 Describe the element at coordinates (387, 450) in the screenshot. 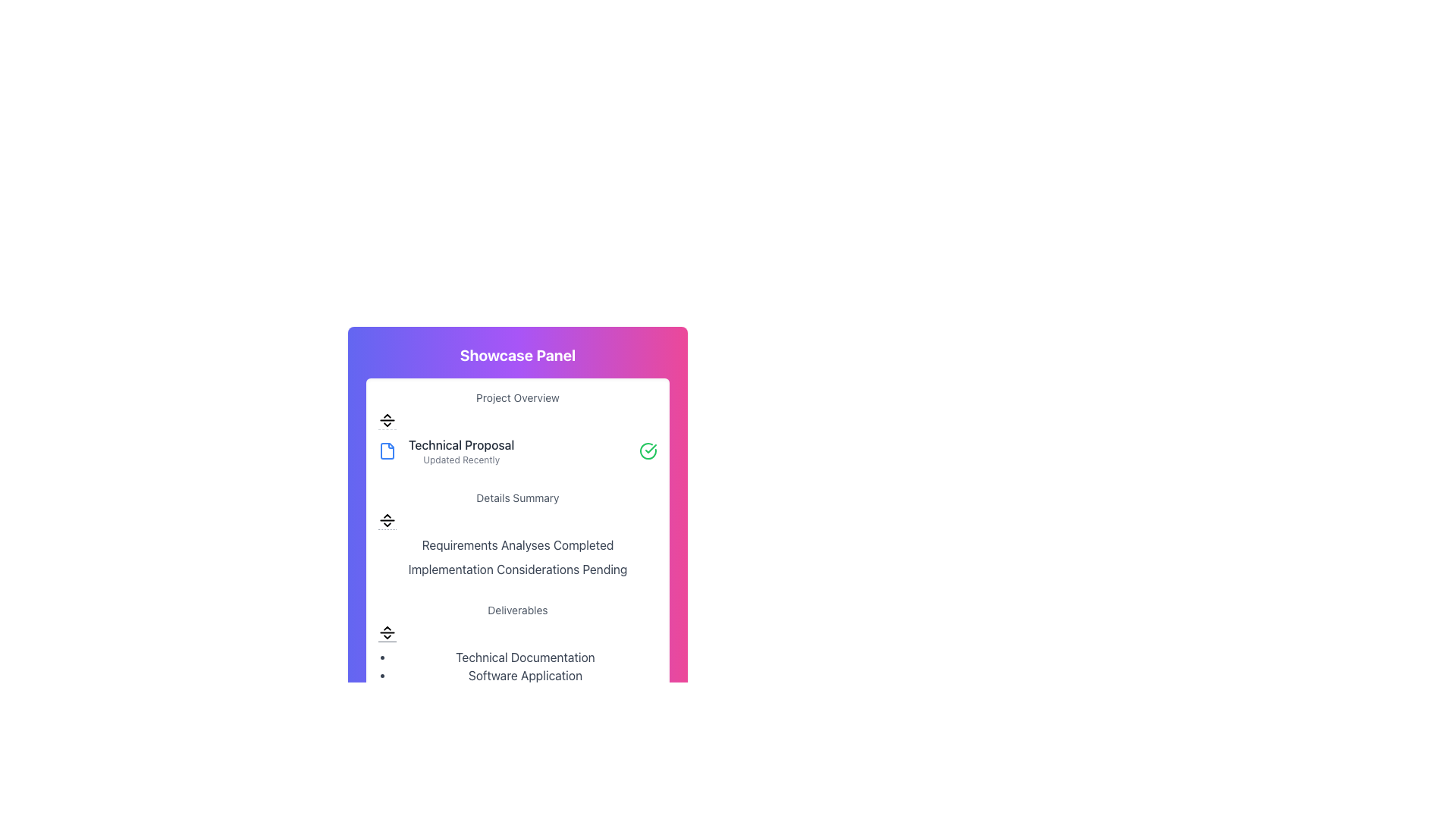

I see `the blue document icon with a folded corner located in the row labeled 'Technical Proposal Updated Recently.'` at that location.